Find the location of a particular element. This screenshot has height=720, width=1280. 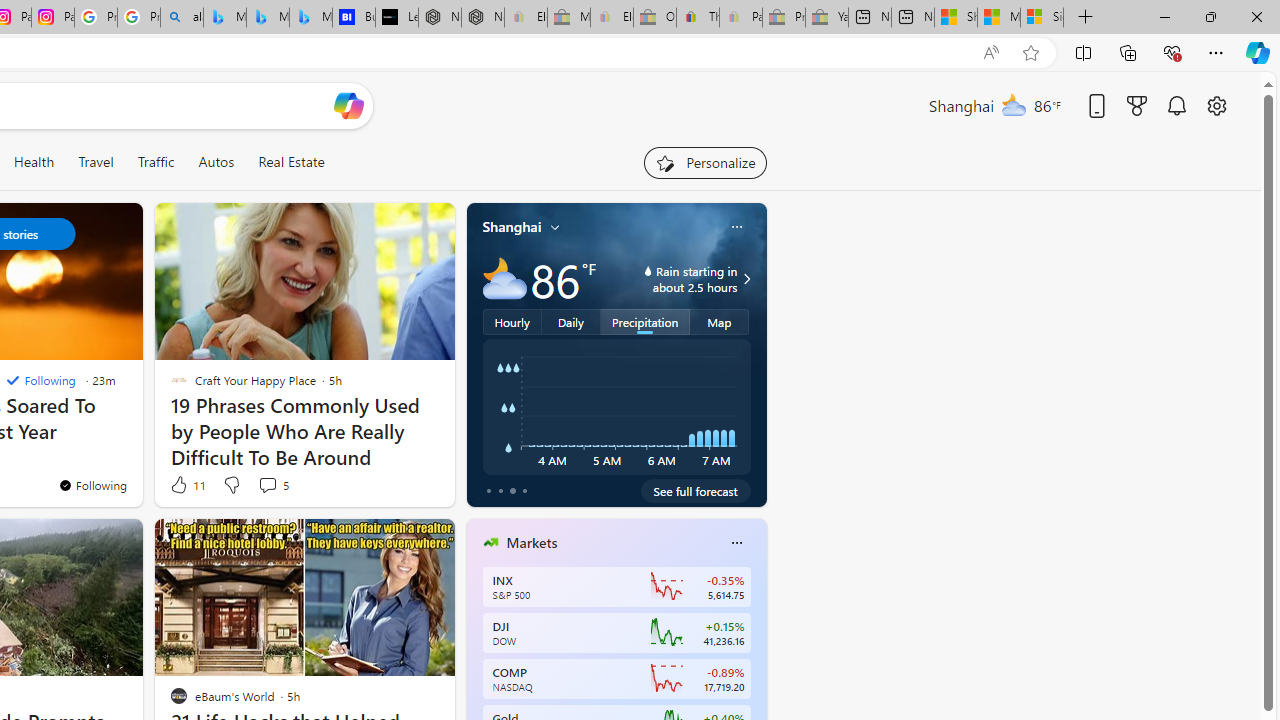

'View comments 5 Comment' is located at coordinates (266, 485).